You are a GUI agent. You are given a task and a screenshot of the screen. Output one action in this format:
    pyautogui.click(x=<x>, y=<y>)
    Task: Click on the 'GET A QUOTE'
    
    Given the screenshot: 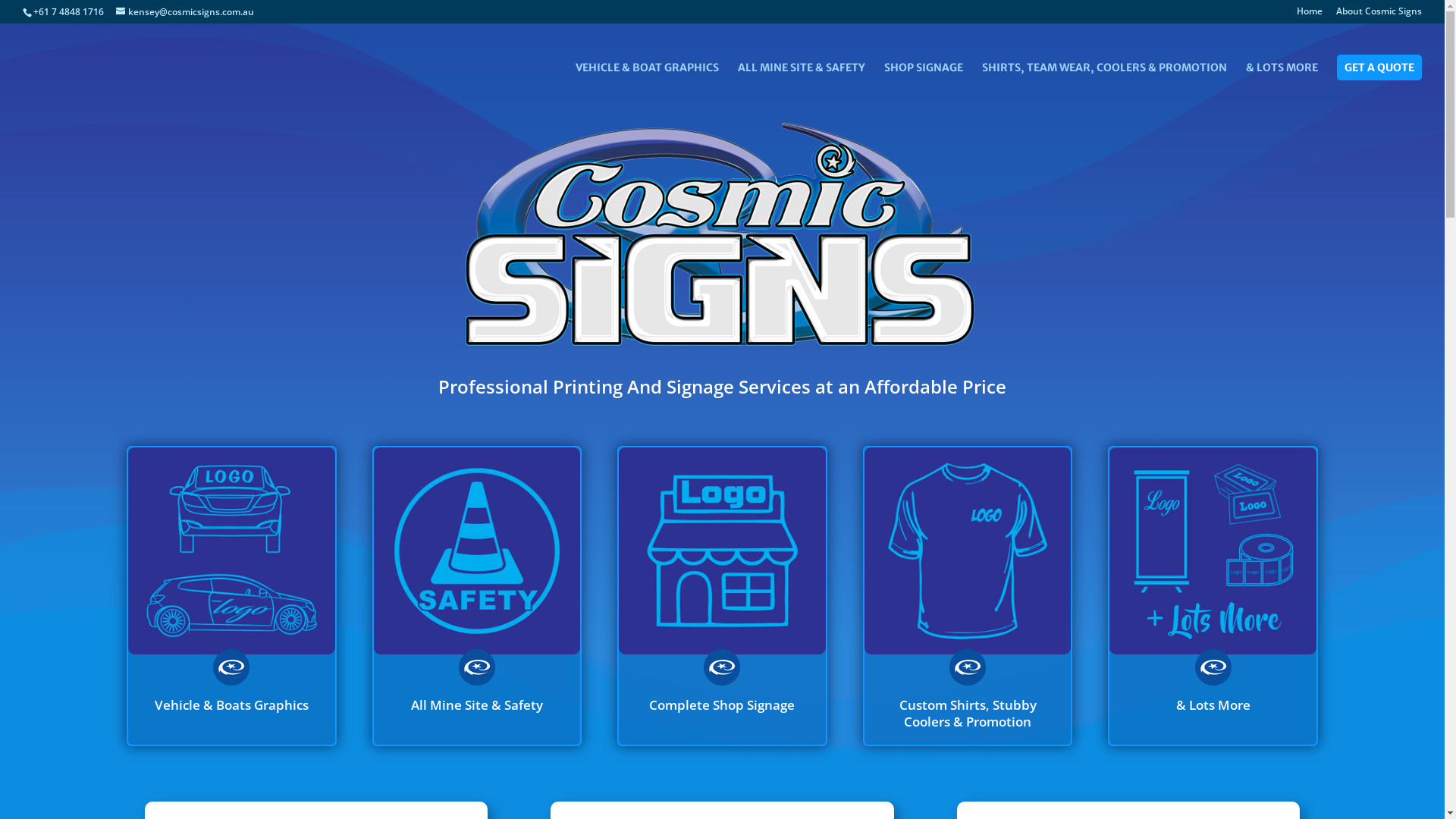 What is the action you would take?
    pyautogui.click(x=1379, y=66)
    